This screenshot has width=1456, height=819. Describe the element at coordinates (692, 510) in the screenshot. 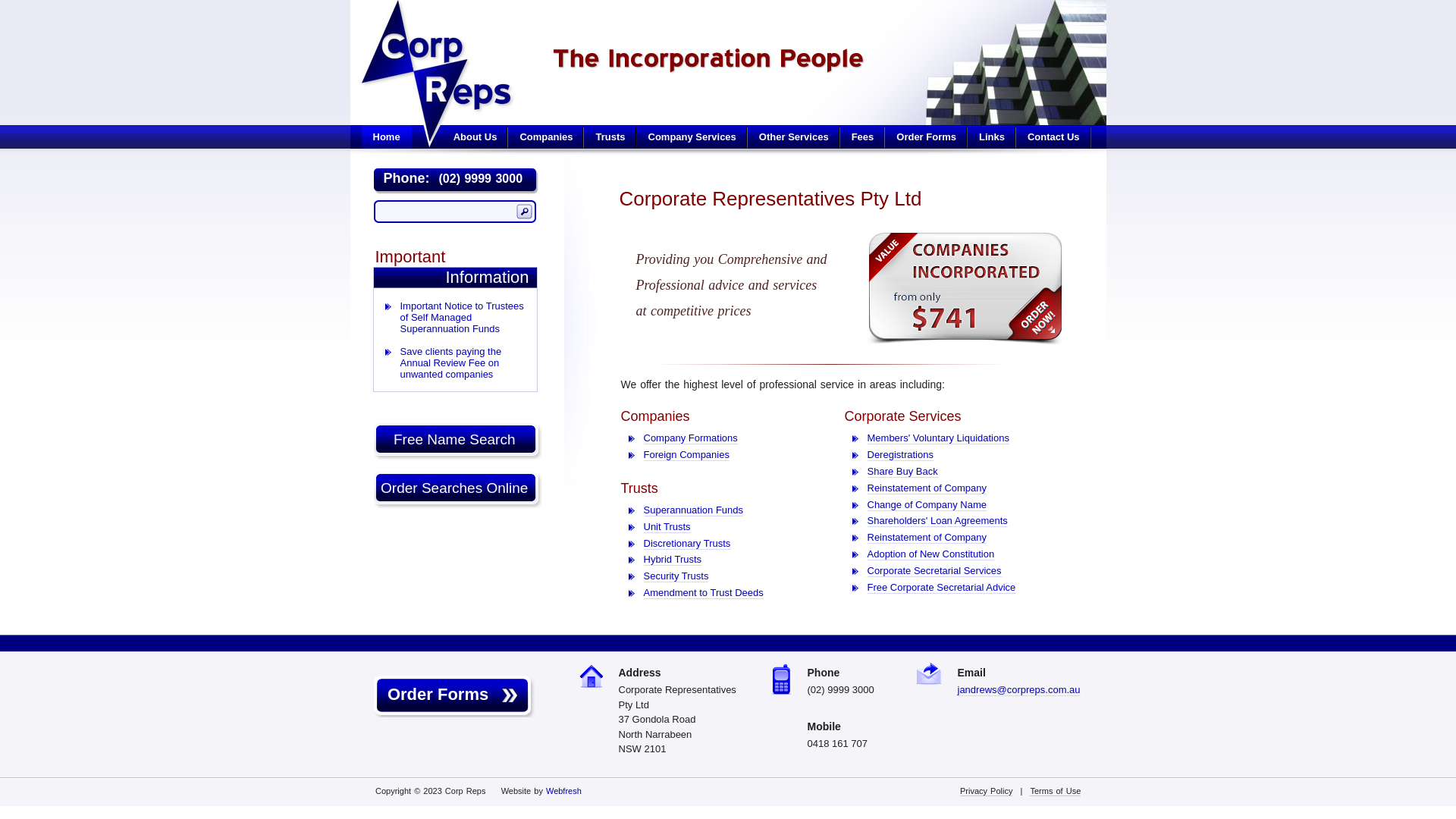

I see `'Superannuation Funds'` at that location.